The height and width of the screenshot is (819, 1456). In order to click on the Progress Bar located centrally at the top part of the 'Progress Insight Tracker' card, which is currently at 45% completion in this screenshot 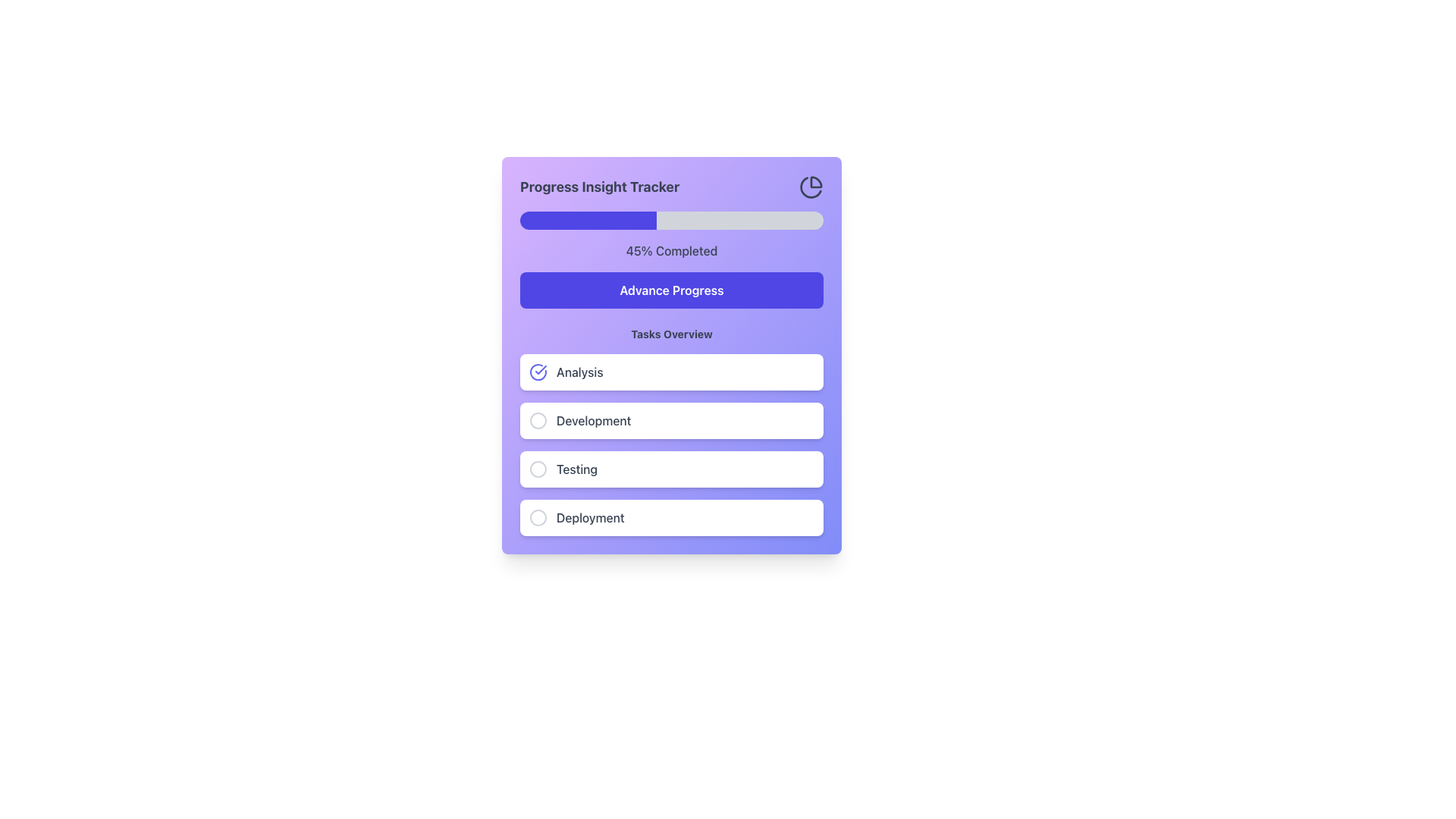, I will do `click(671, 220)`.